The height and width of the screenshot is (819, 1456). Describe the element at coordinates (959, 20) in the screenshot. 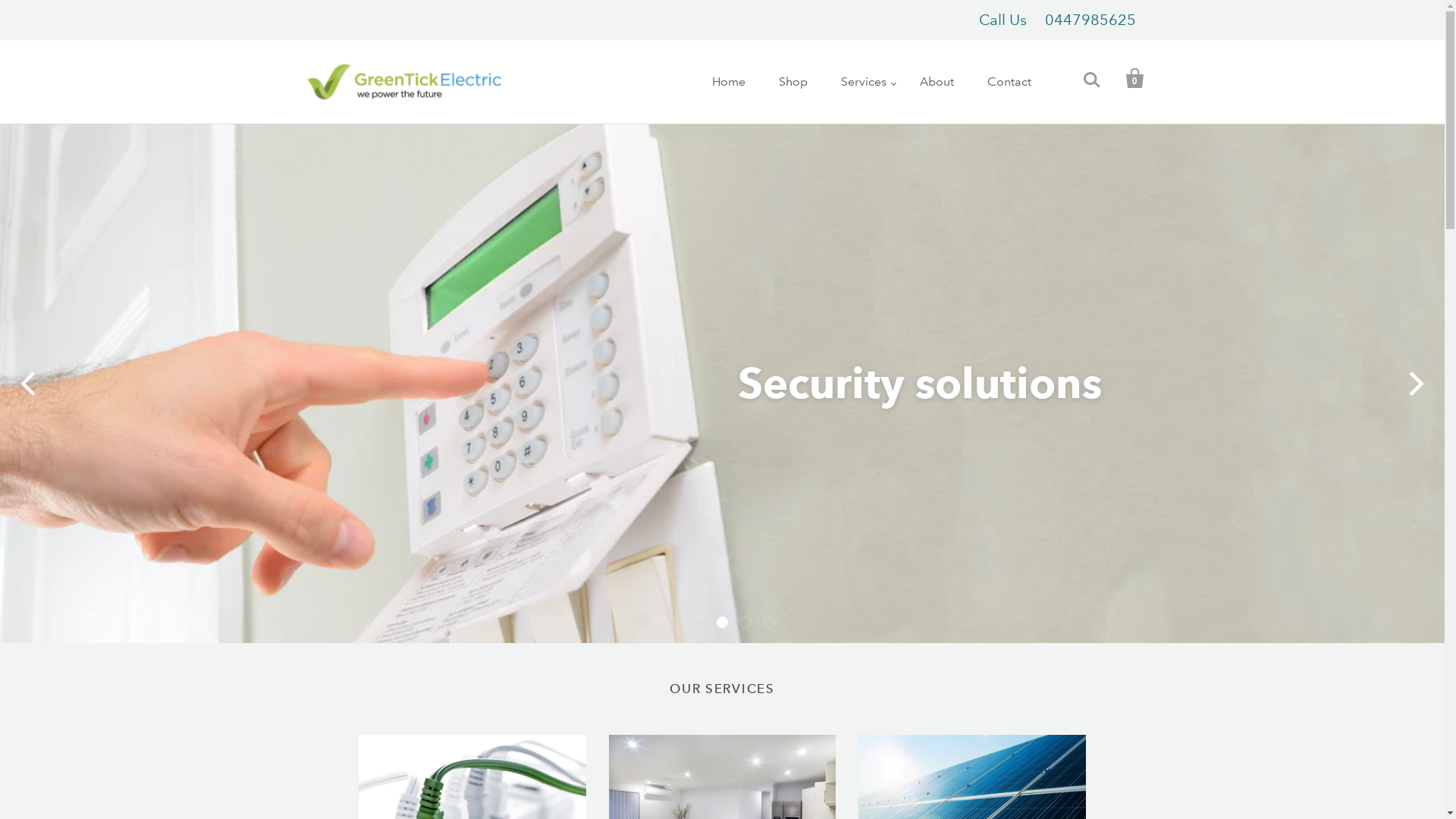

I see `'Call Us0447985625'` at that location.